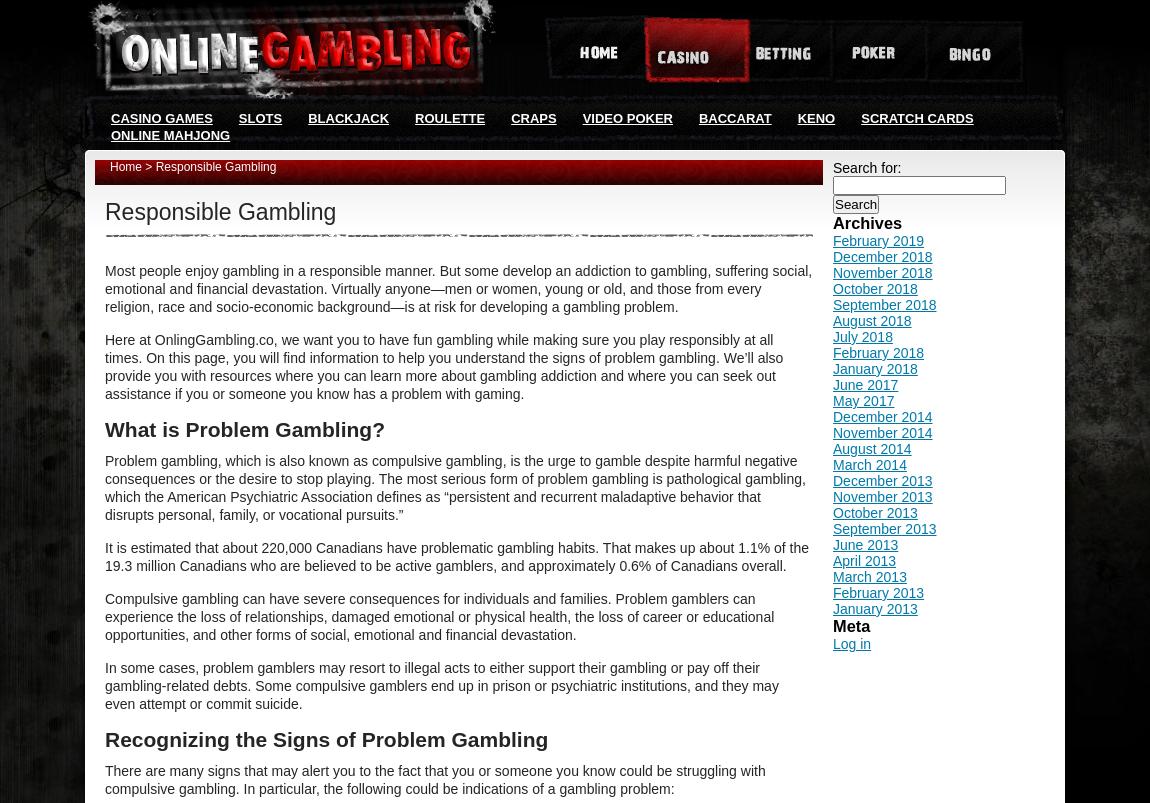 The image size is (1150, 803). Describe the element at coordinates (815, 118) in the screenshot. I see `'Keno'` at that location.